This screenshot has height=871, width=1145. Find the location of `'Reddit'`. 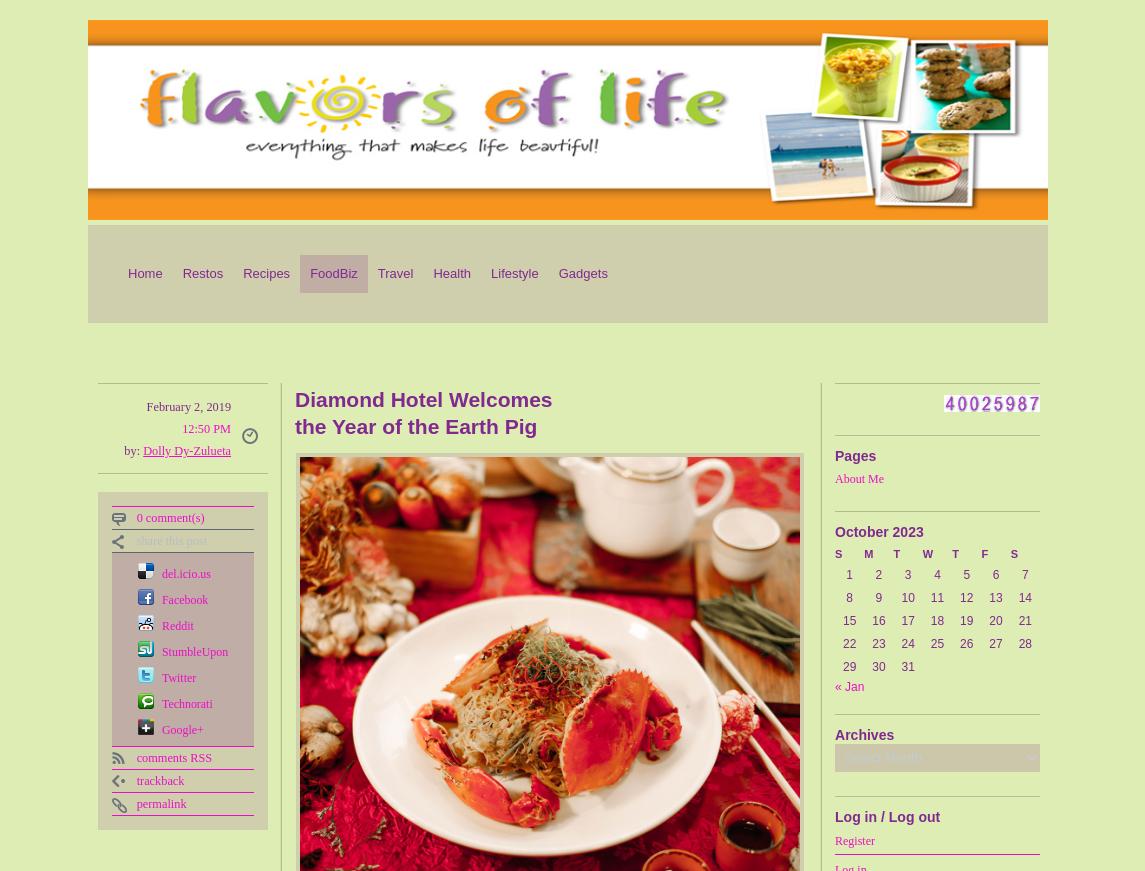

'Reddit' is located at coordinates (177, 624).